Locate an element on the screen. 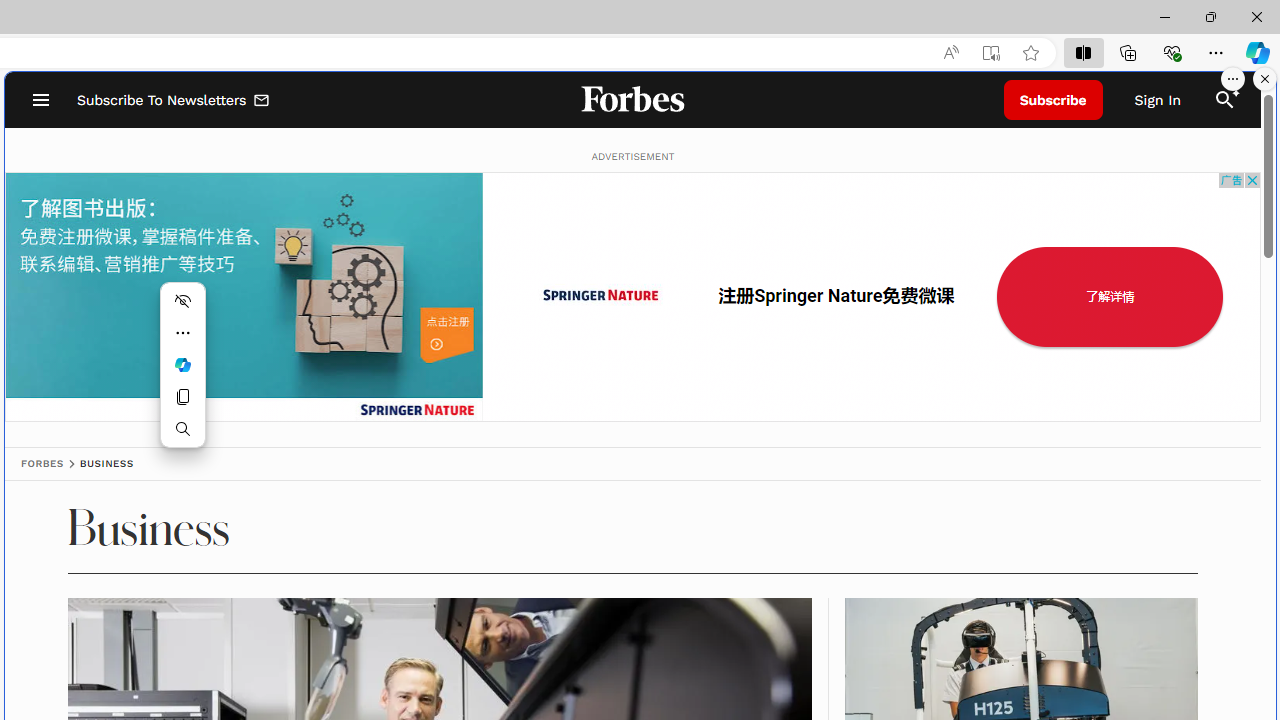  'BUSINESS' is located at coordinates (105, 463).